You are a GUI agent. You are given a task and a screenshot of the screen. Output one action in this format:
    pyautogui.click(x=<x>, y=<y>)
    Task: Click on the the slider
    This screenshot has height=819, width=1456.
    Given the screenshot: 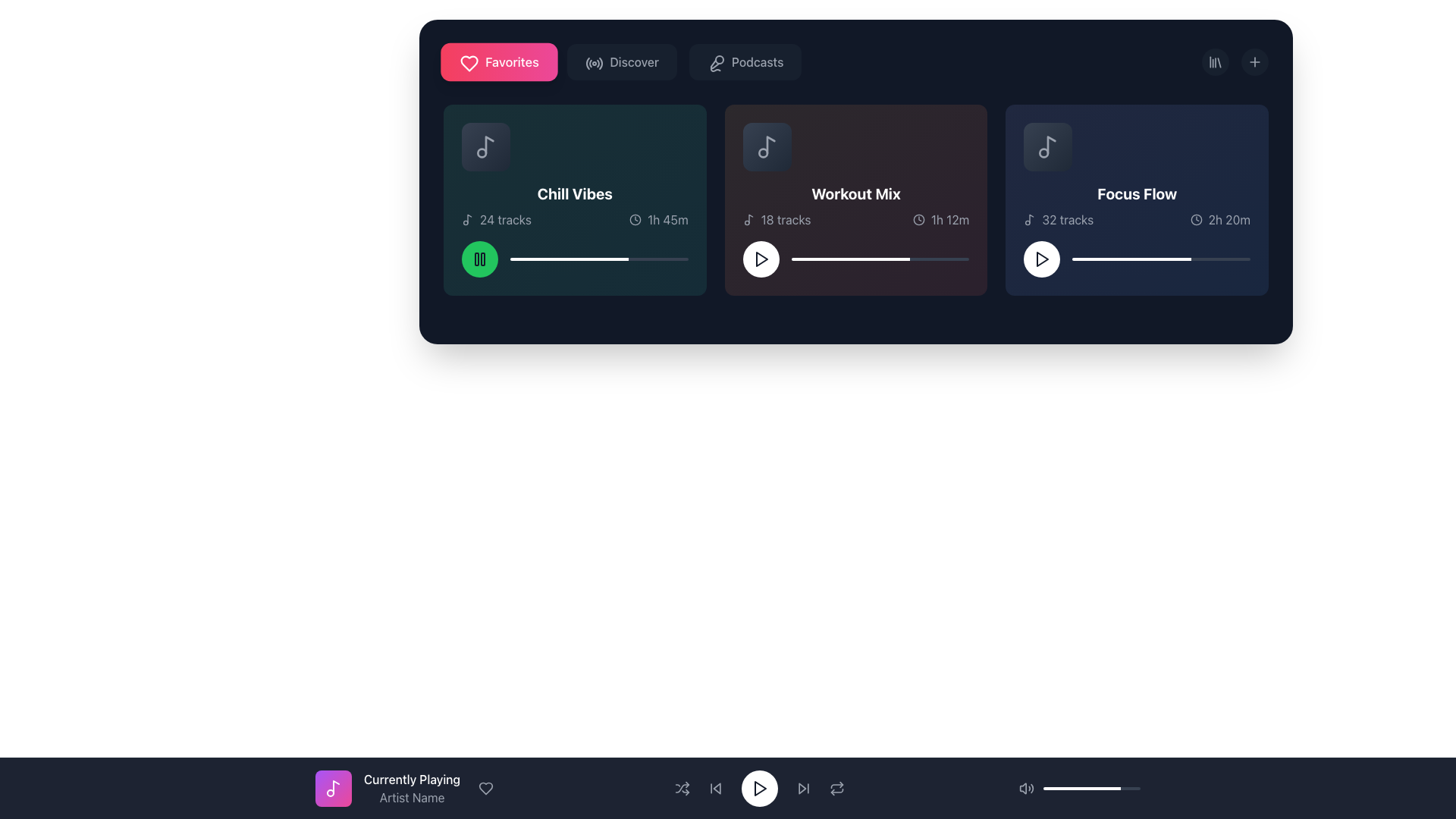 What is the action you would take?
    pyautogui.click(x=547, y=259)
    